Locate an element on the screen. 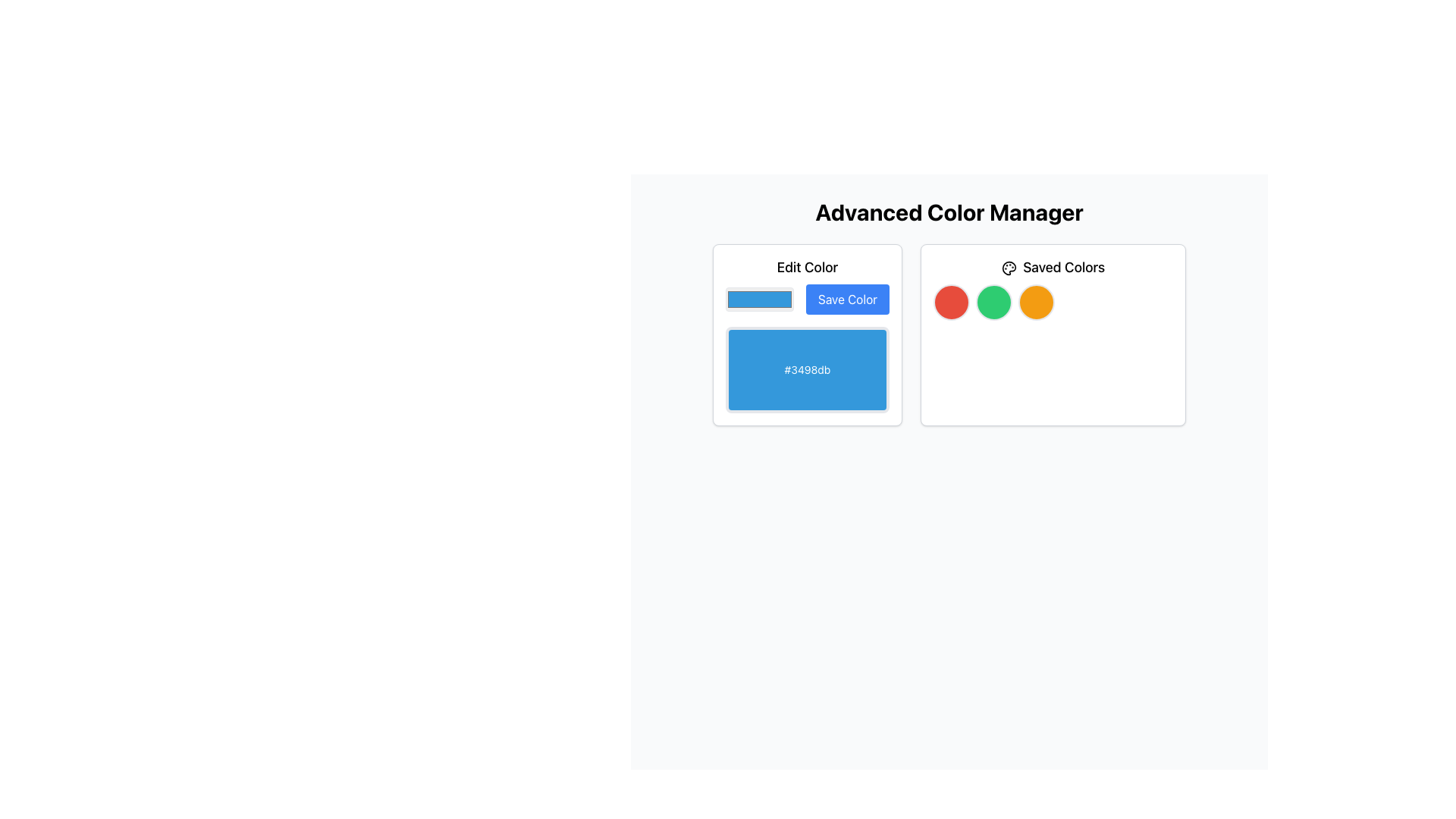  the first Circle indicator in the 'Saved Colors' section is located at coordinates (950, 302).